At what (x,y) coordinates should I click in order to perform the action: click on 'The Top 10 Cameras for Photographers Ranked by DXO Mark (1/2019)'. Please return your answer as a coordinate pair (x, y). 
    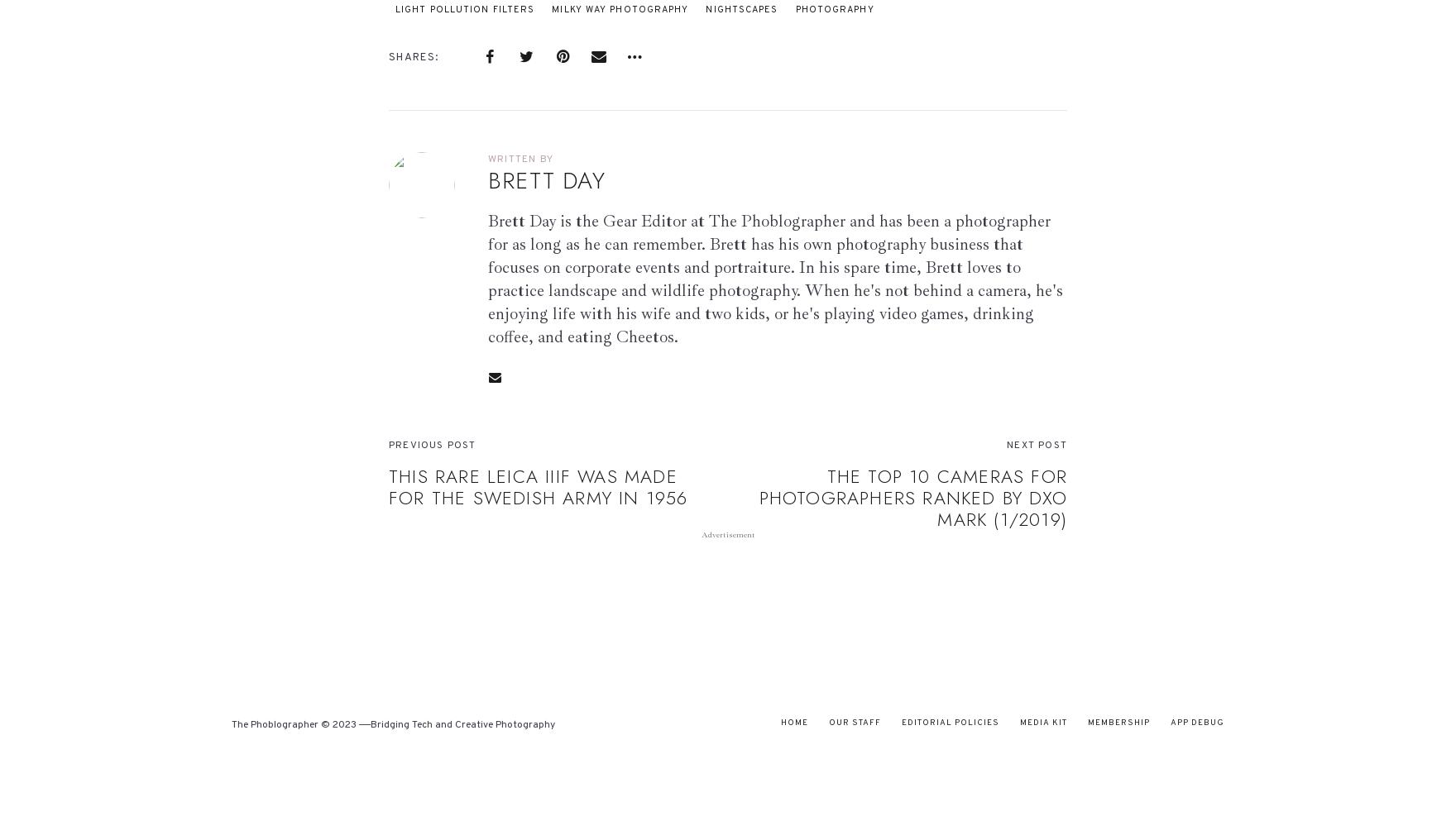
    Looking at the image, I should click on (912, 497).